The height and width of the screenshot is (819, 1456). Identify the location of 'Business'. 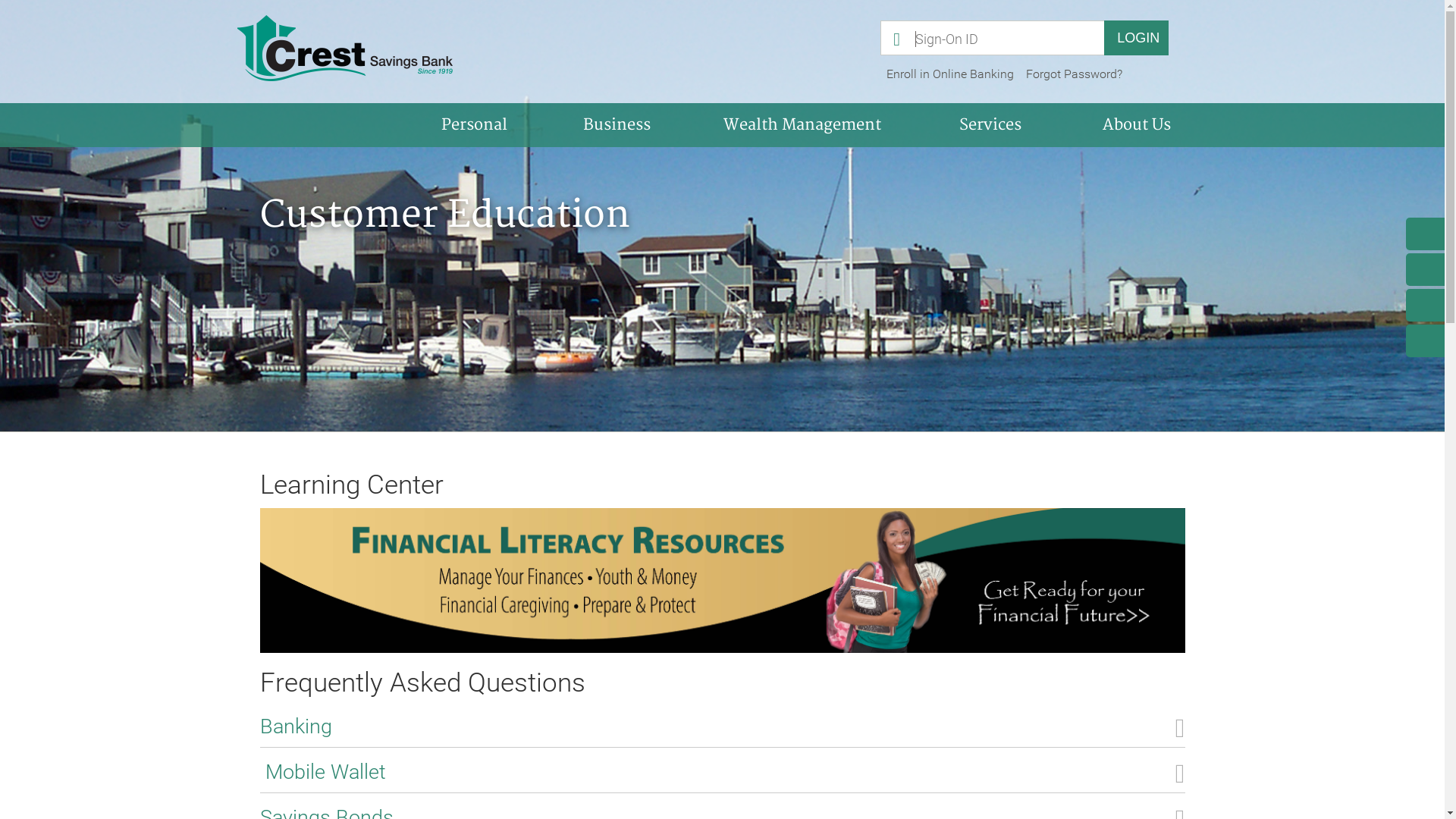
(546, 124).